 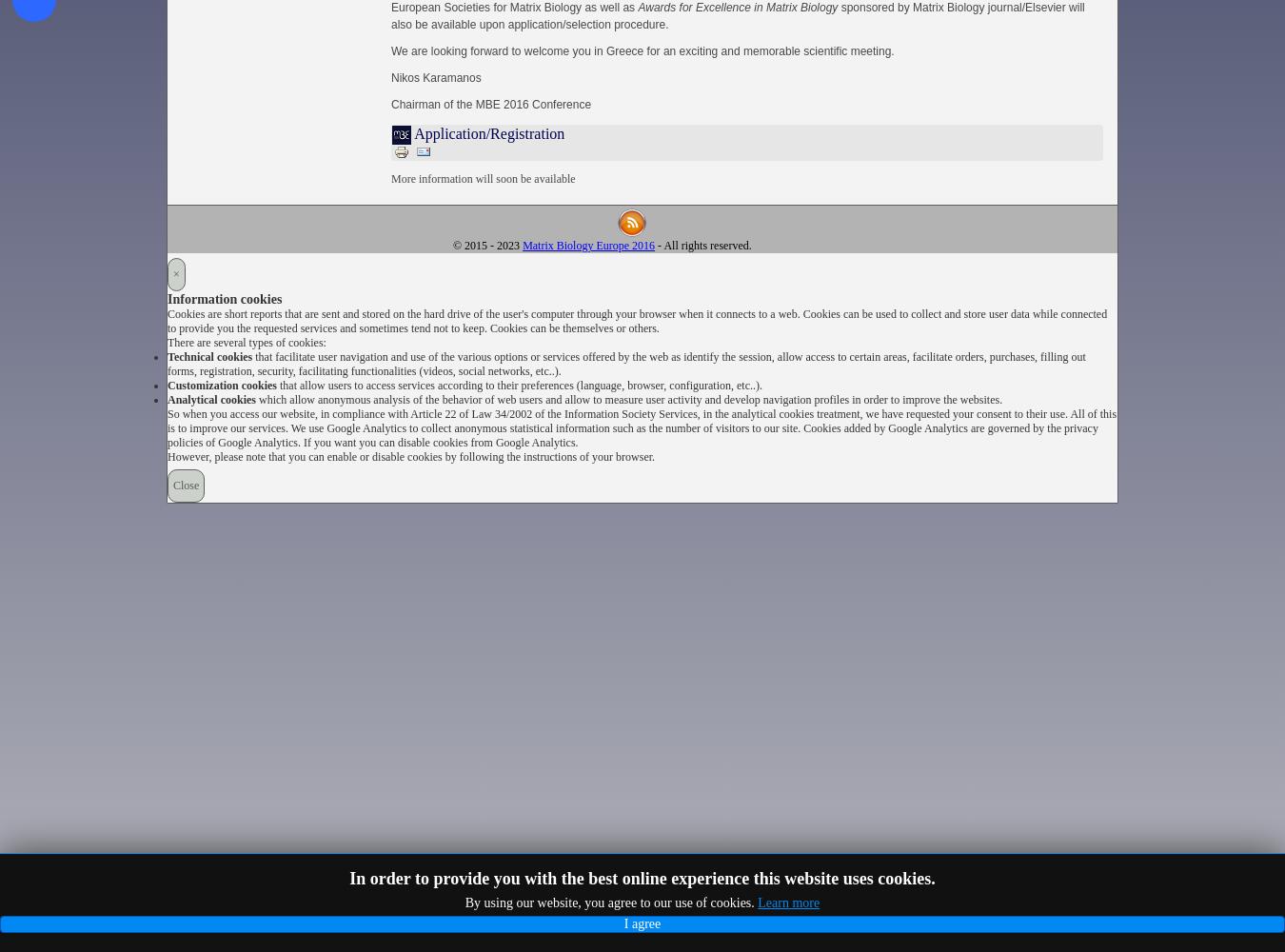 I want to click on 'I agree', so click(x=623, y=922).